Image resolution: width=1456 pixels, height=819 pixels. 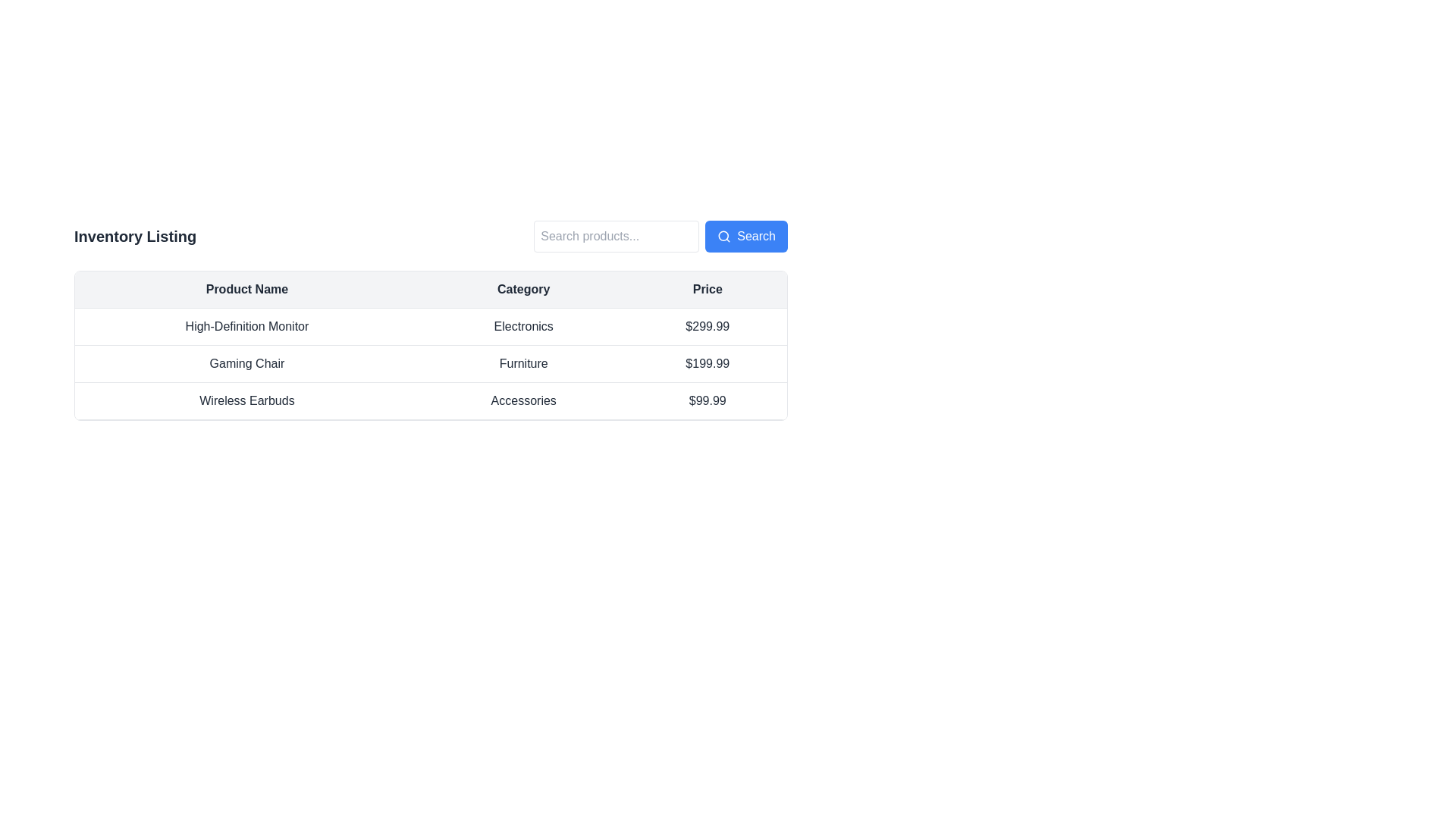 I want to click on the Text label that displays the name of a product item, located in the leftmost column of the last row under the heading 'Product Name', so click(x=247, y=400).